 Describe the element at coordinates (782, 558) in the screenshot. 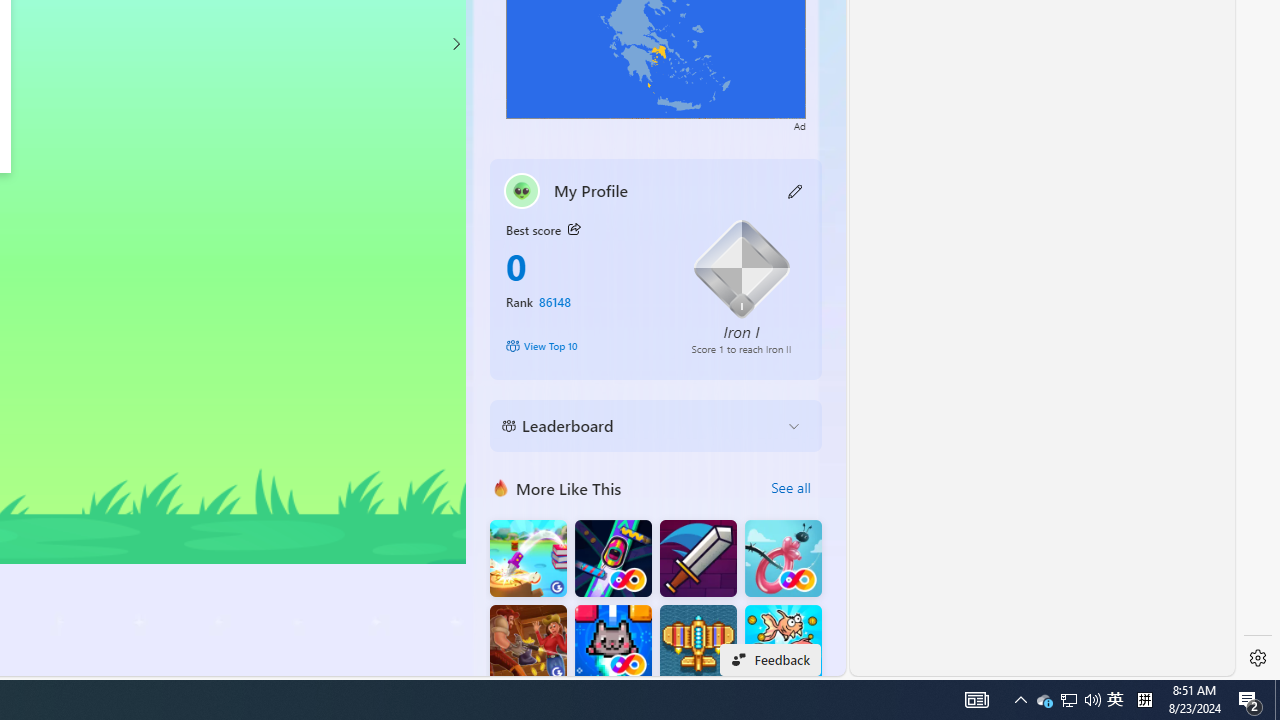

I see `'Balloon FRVR'` at that location.